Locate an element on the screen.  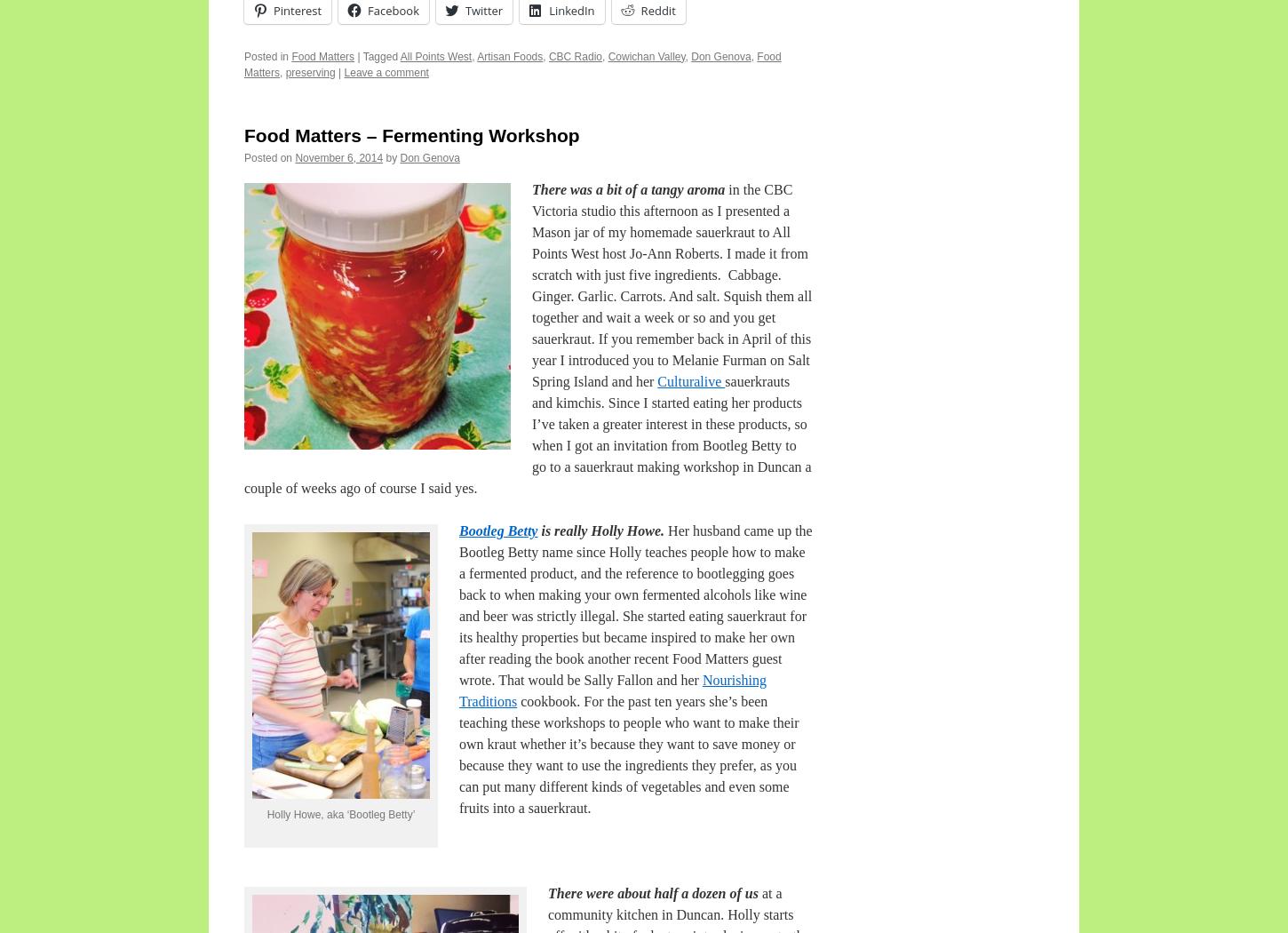
'Twitter' is located at coordinates (484, 10).